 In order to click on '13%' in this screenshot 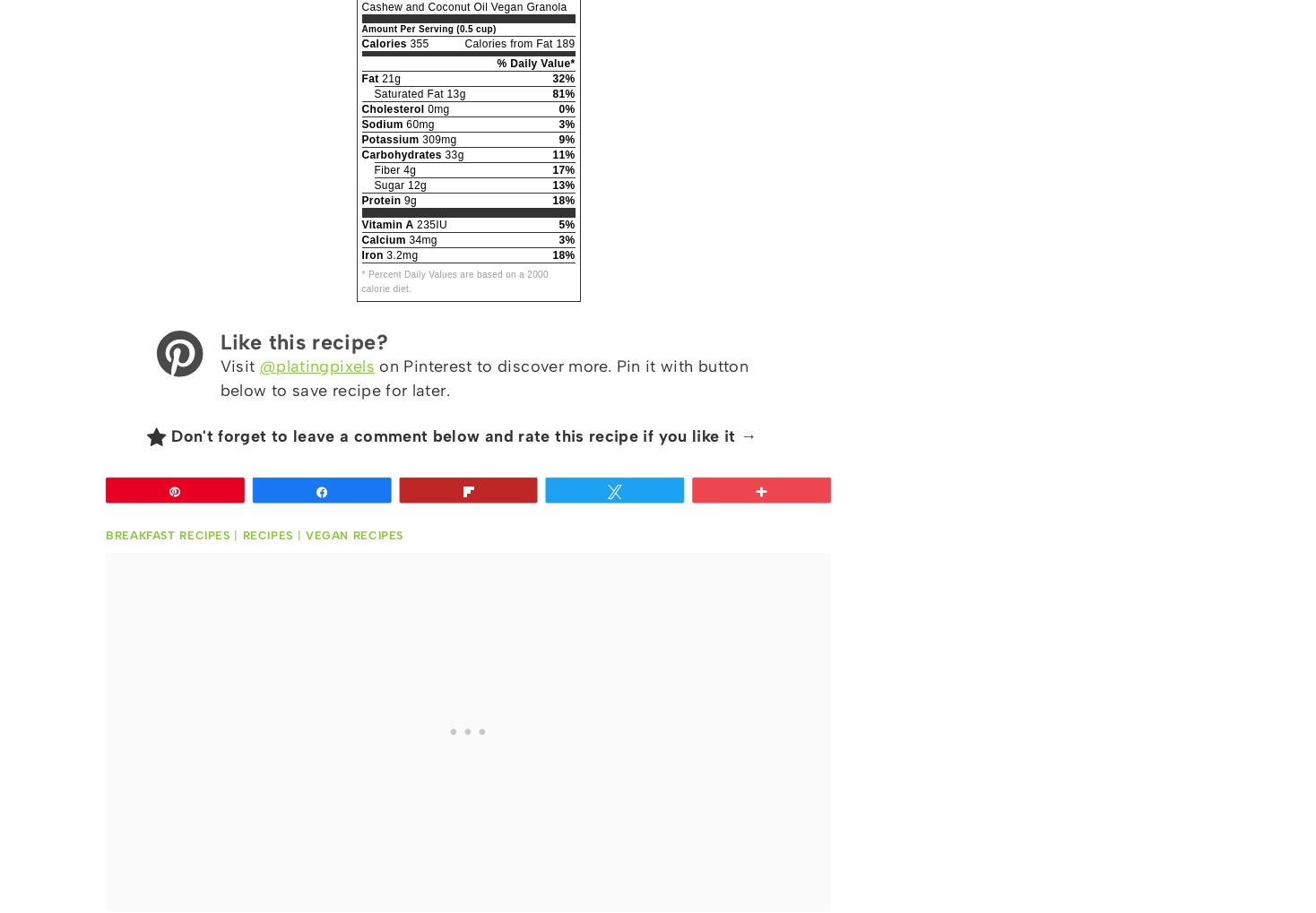, I will do `click(562, 184)`.